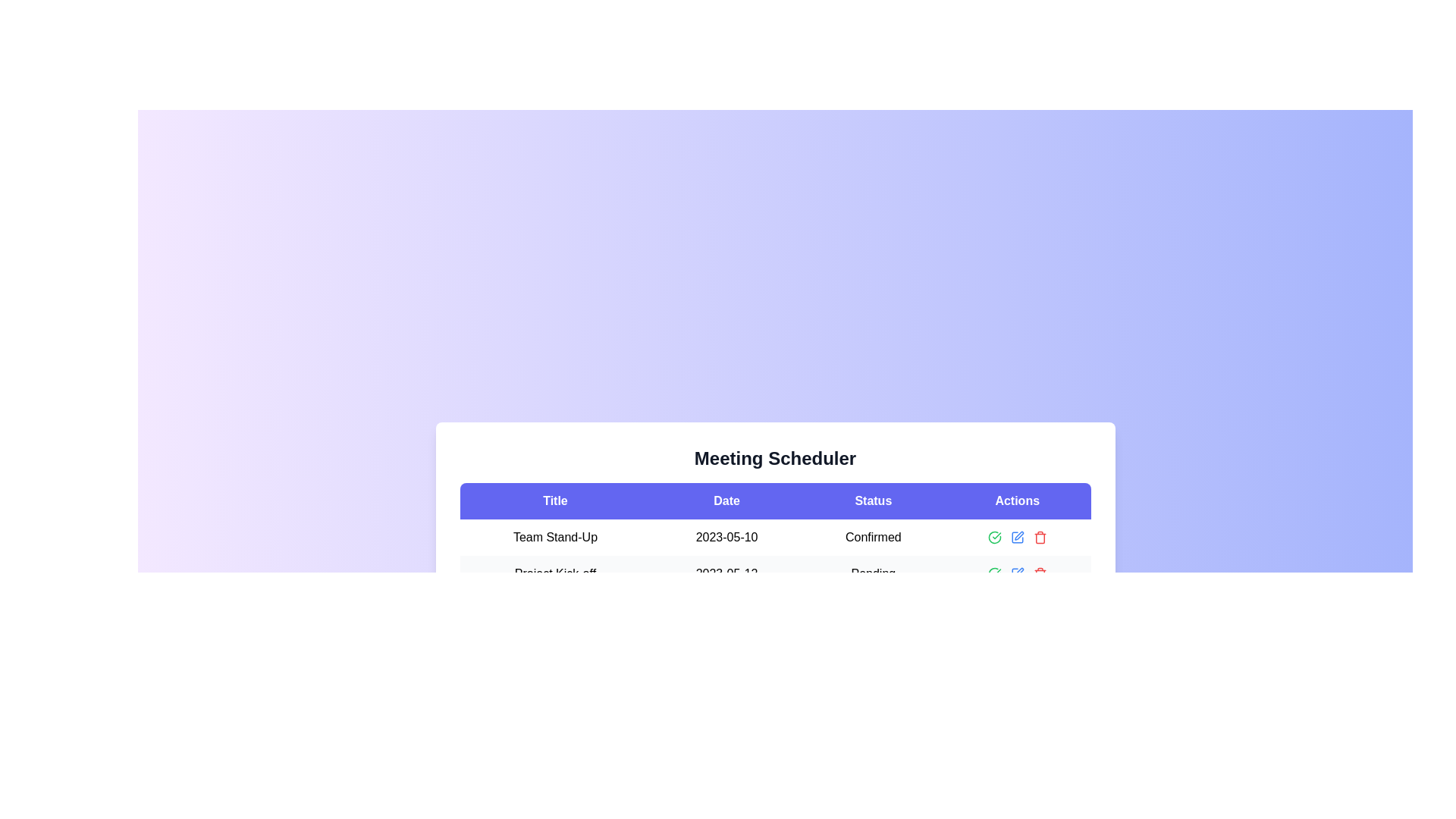 This screenshot has height=819, width=1456. What do you see at coordinates (994, 537) in the screenshot?
I see `the green circular icon button with a check mark inside to confirm the action in the meeting scheduler table` at bounding box center [994, 537].